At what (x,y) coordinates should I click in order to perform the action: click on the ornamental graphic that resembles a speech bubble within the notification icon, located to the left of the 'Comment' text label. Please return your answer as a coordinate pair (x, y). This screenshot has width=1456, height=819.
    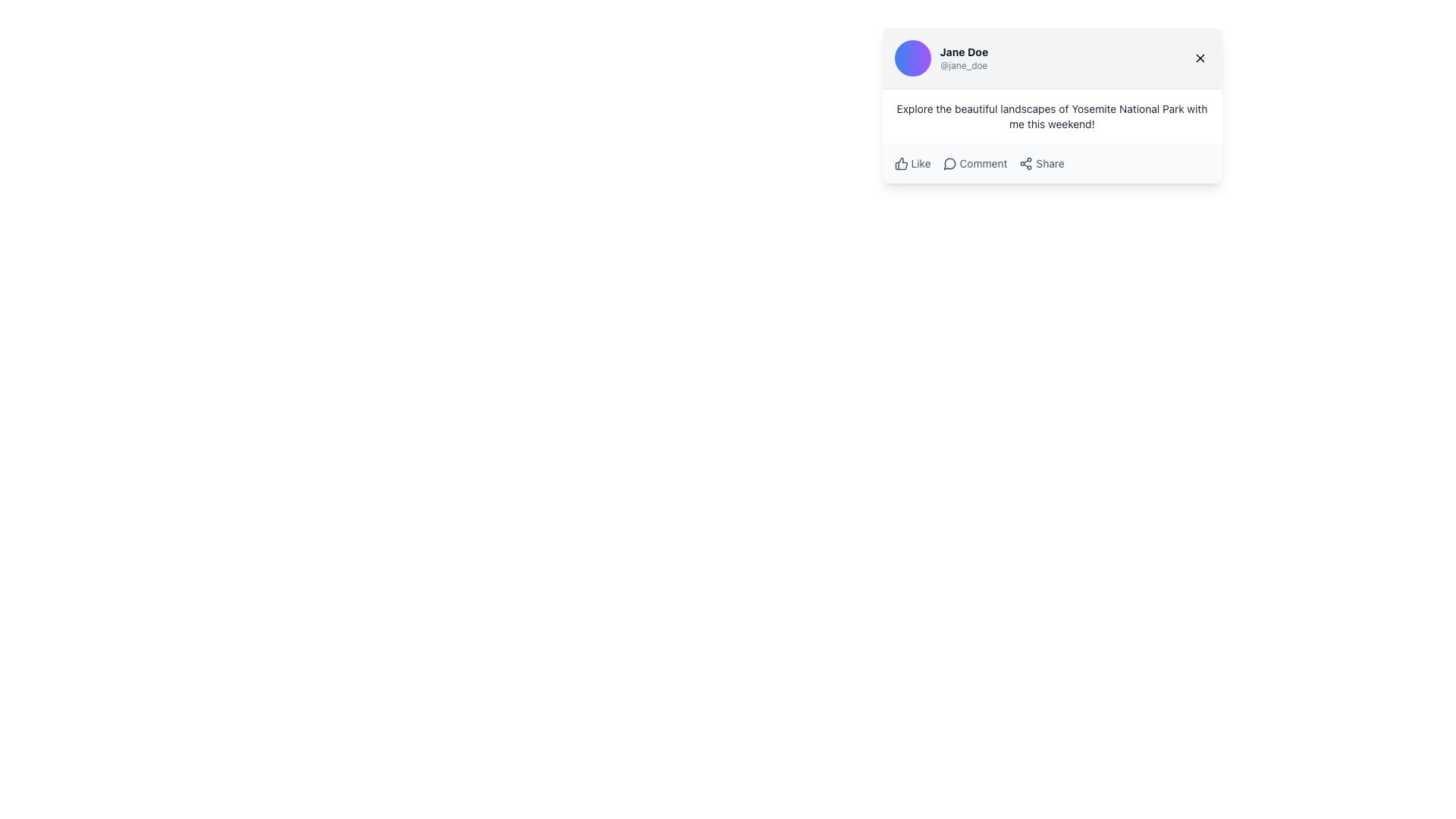
    Looking at the image, I should click on (949, 164).